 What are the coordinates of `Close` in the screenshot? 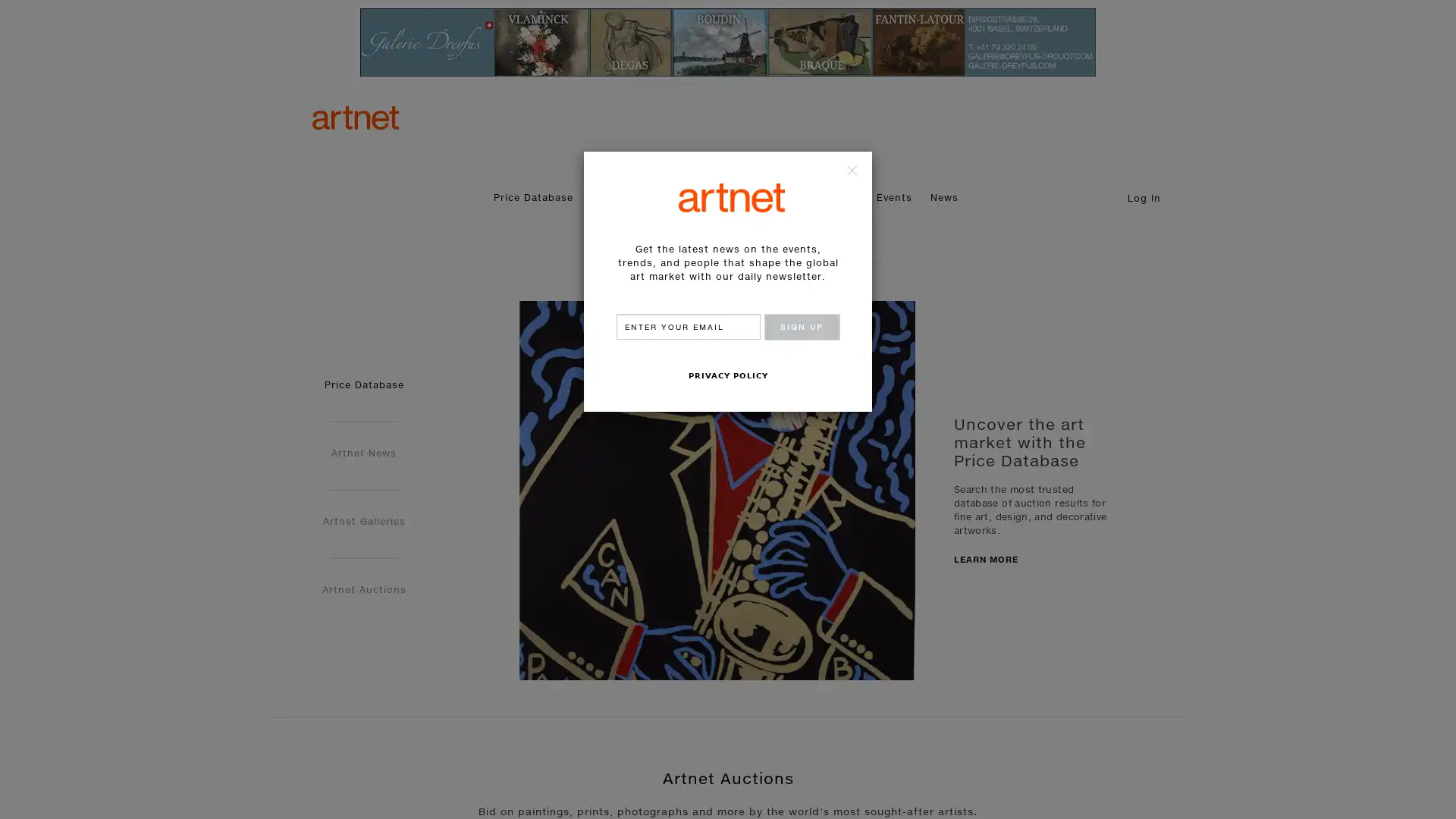 It's located at (848, 171).